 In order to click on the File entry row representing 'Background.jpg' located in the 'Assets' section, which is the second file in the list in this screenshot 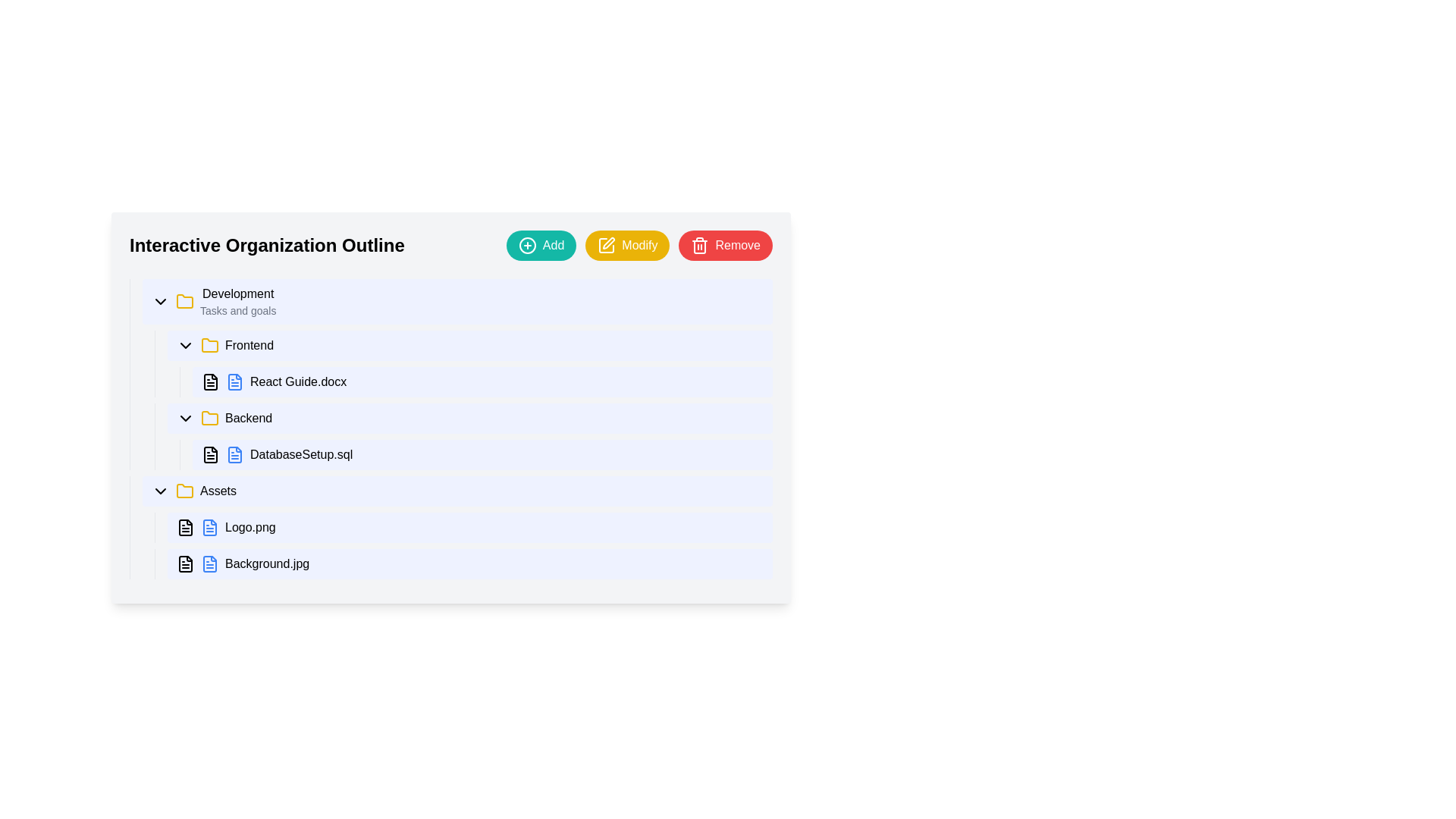, I will do `click(463, 564)`.